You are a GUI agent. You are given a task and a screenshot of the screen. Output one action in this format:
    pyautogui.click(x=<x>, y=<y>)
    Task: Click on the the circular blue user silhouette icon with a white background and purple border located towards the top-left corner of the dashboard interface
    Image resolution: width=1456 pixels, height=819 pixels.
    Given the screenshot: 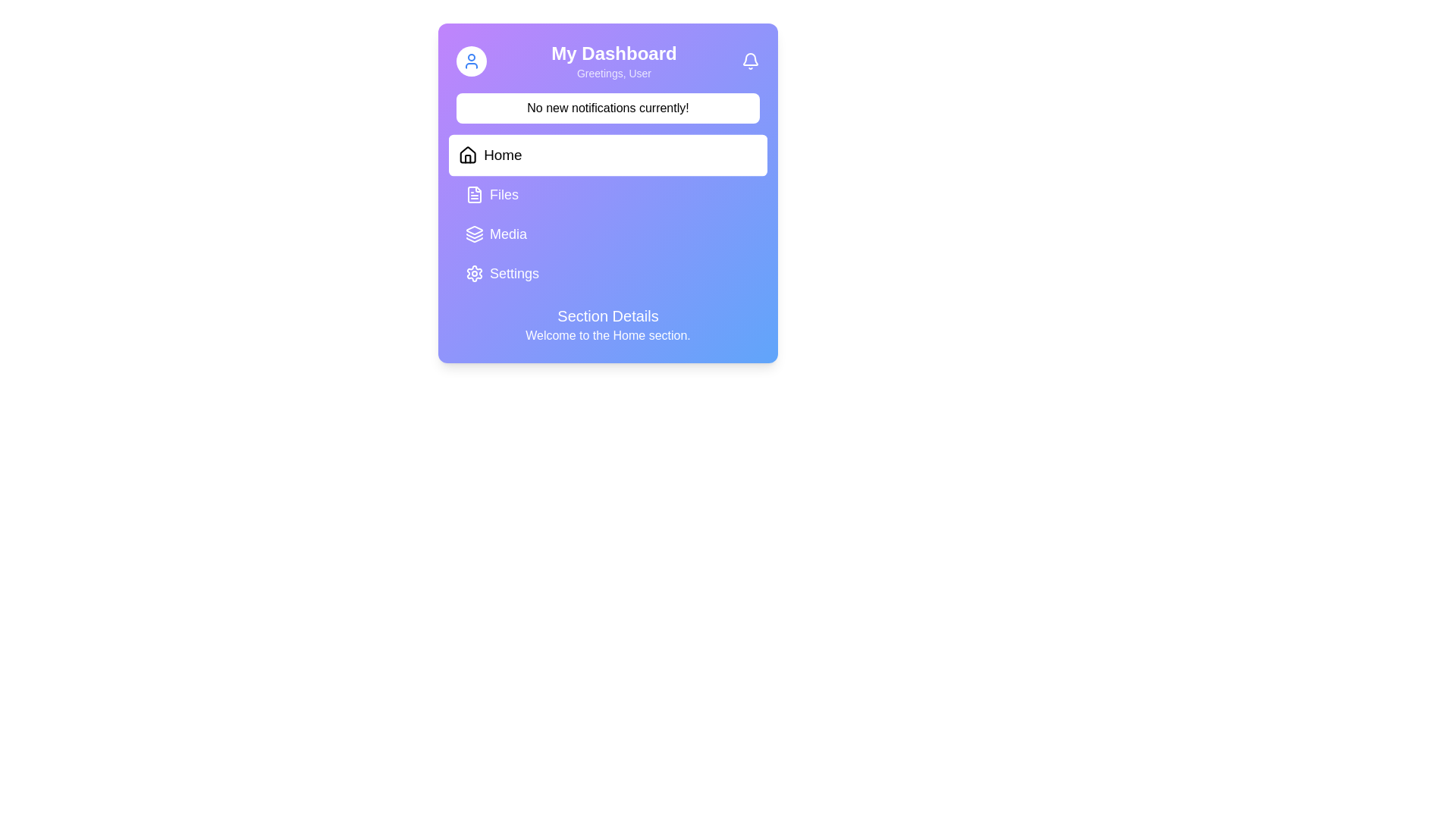 What is the action you would take?
    pyautogui.click(x=471, y=61)
    